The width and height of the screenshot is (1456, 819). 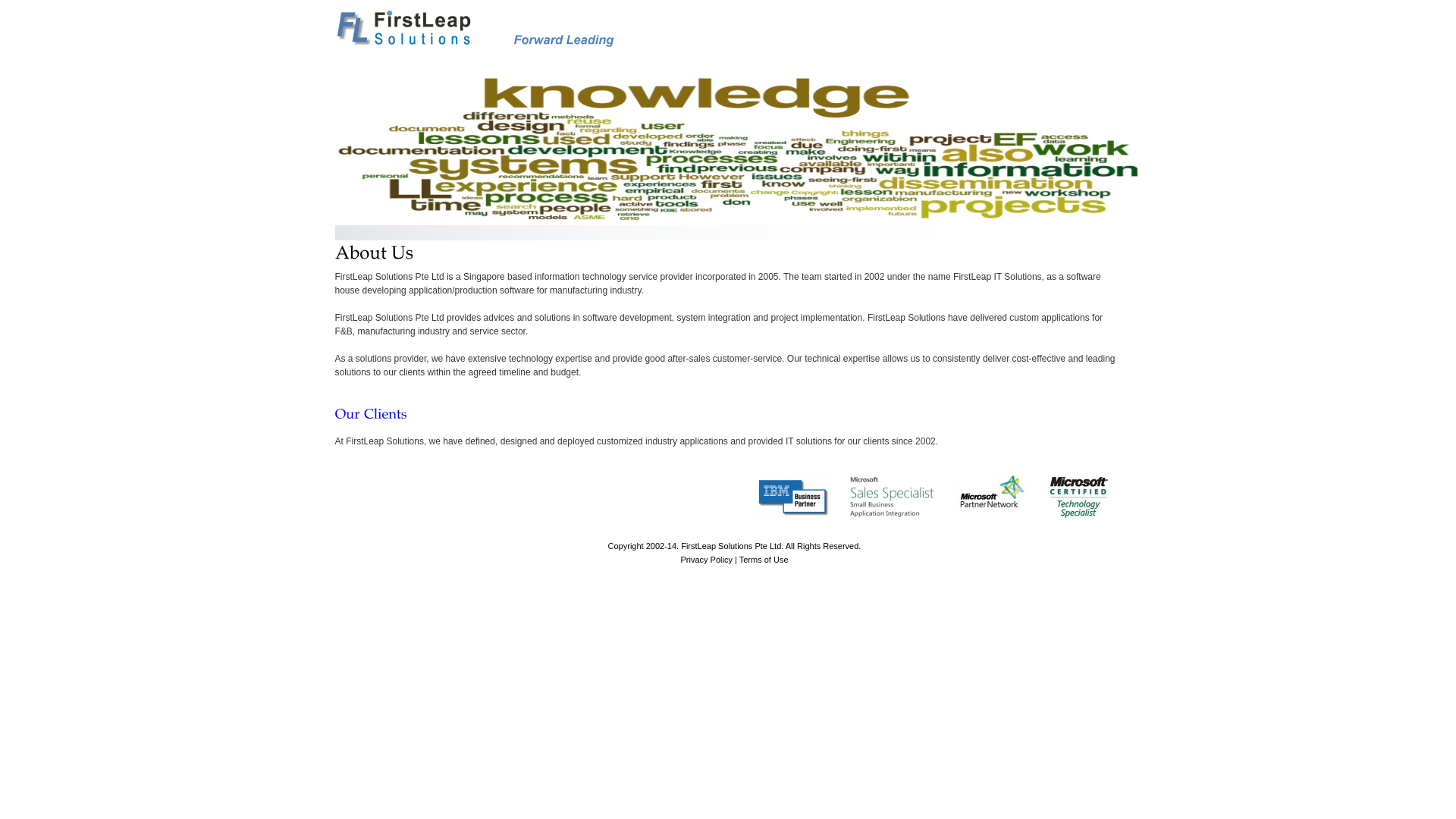 I want to click on 'Terms of Use', so click(x=764, y=559).